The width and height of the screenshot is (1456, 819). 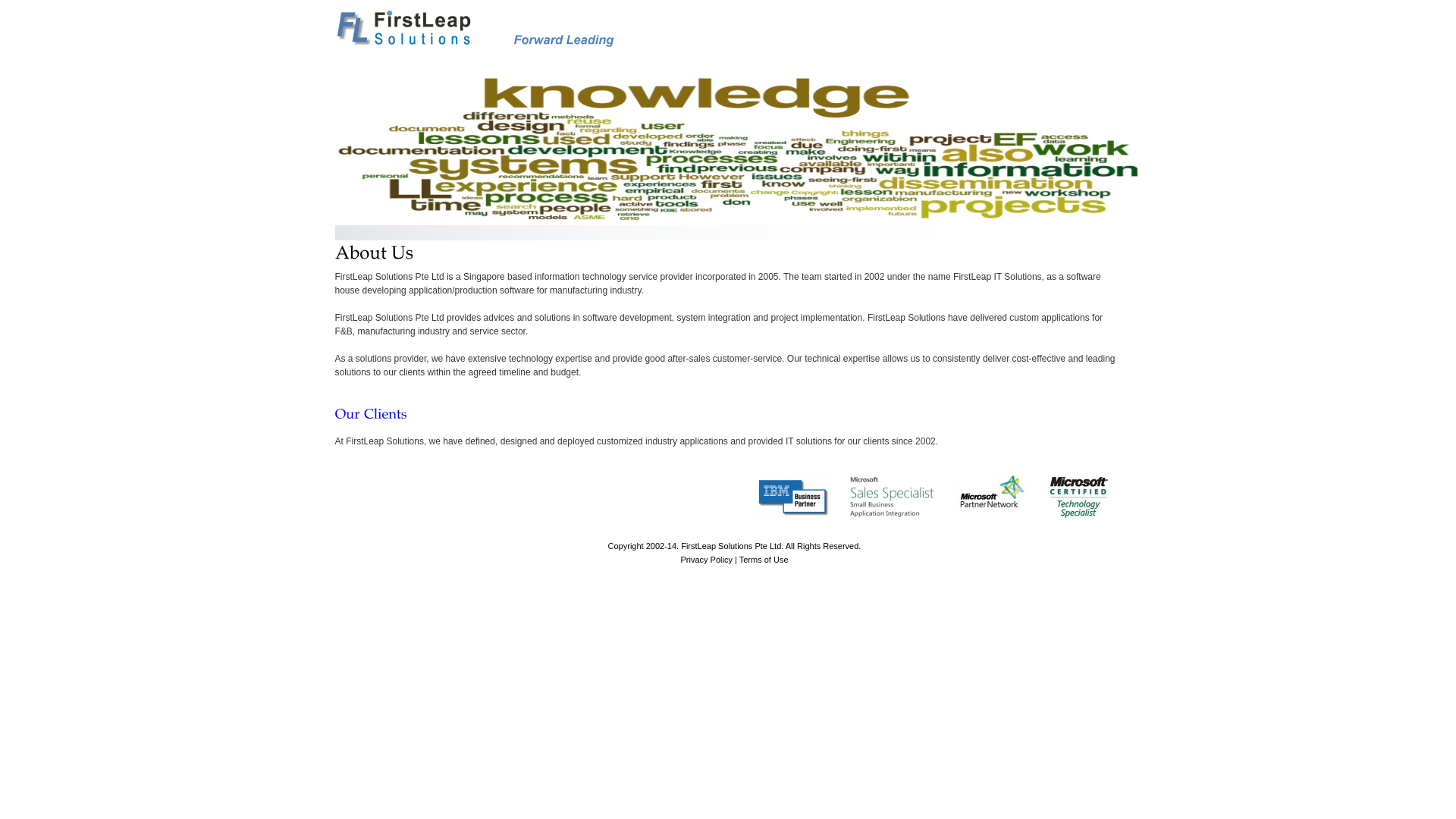 I want to click on 'Terms of Use', so click(x=764, y=559).